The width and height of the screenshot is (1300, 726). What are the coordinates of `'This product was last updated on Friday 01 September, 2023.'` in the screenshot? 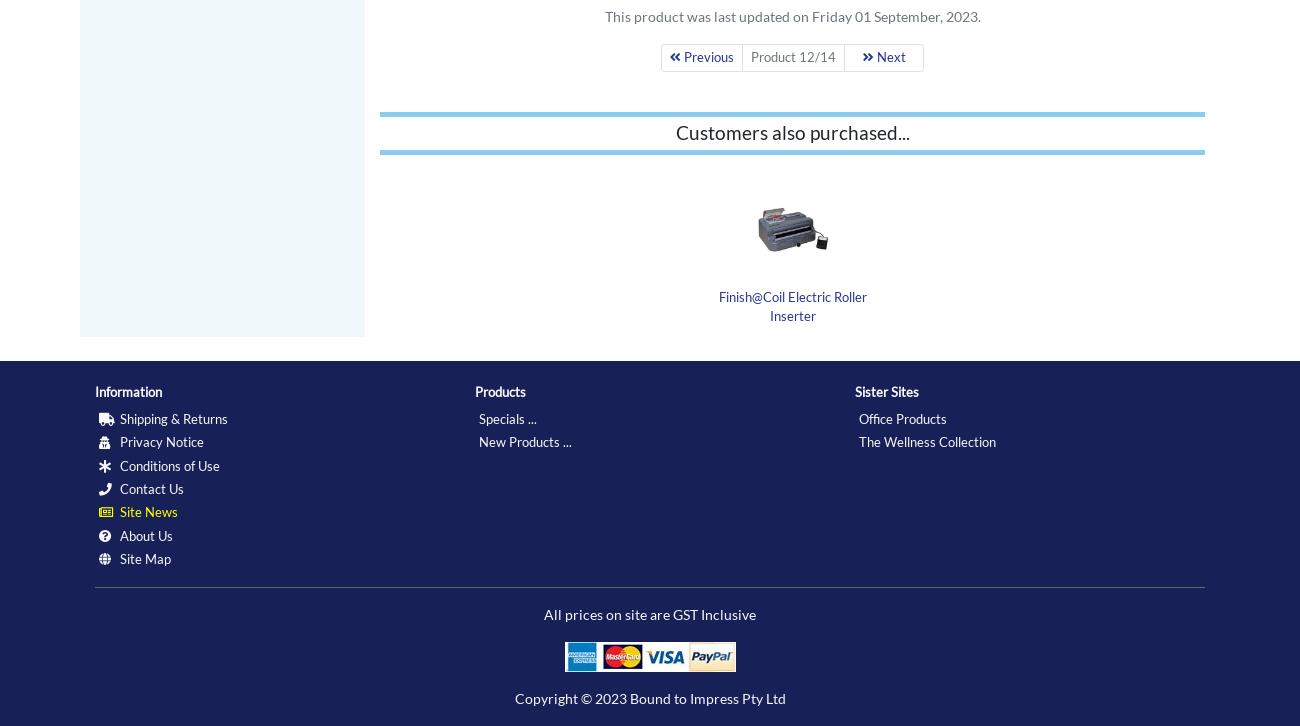 It's located at (790, 15).